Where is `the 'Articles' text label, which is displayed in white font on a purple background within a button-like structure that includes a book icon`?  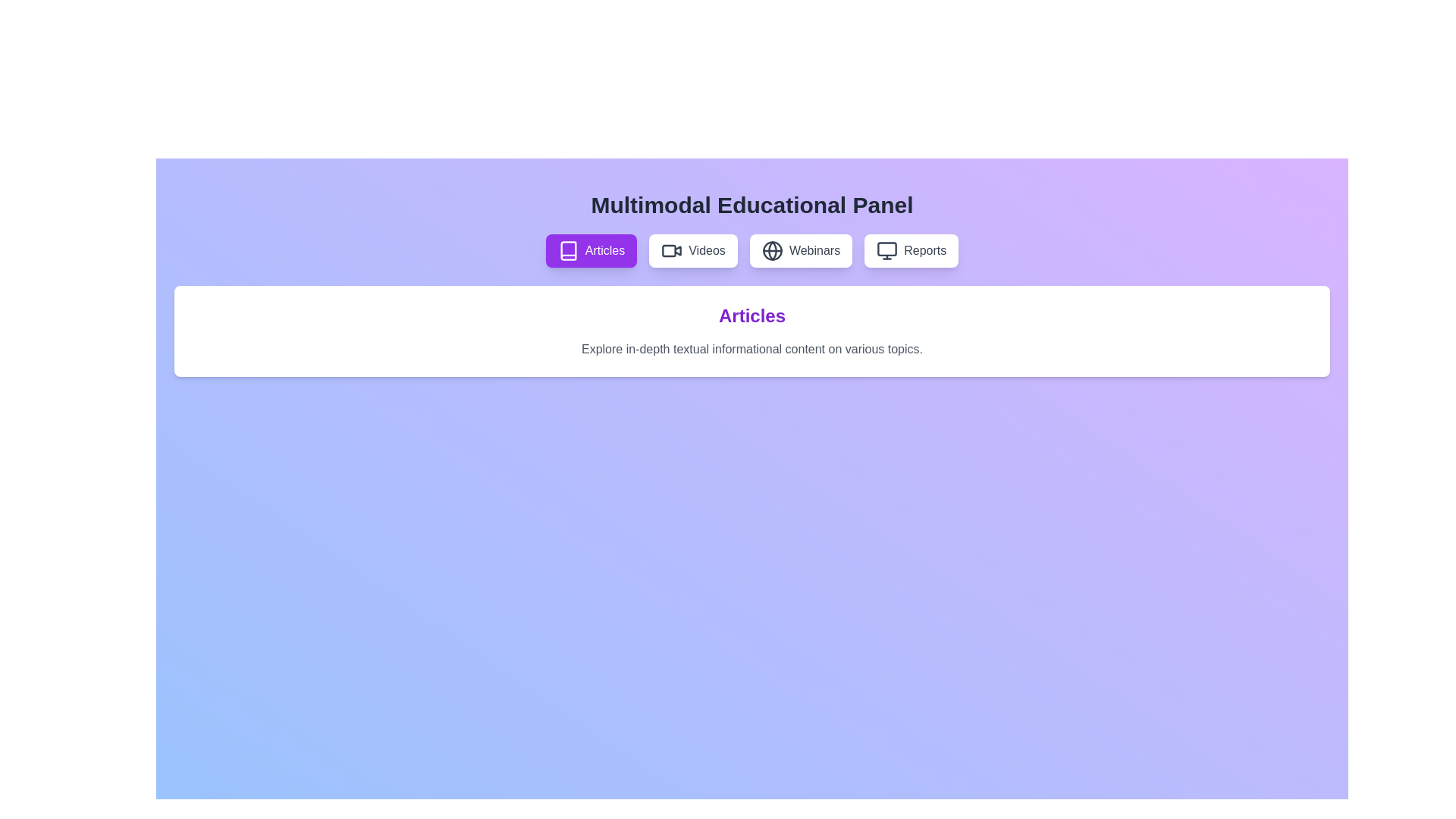 the 'Articles' text label, which is displayed in white font on a purple background within a button-like structure that includes a book icon is located at coordinates (604, 250).